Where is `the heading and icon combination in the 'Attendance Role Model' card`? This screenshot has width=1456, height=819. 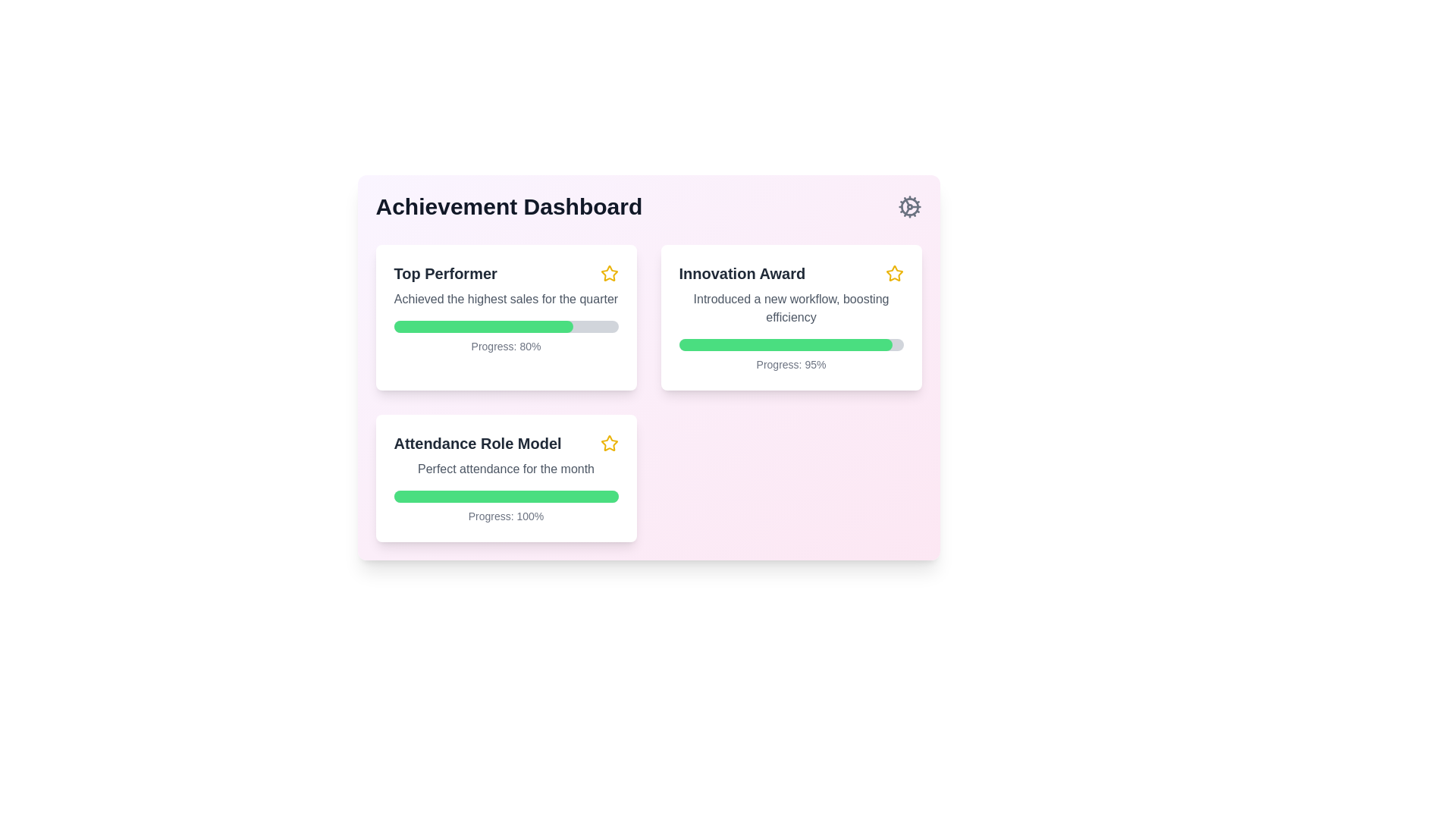
the heading and icon combination in the 'Attendance Role Model' card is located at coordinates (506, 444).